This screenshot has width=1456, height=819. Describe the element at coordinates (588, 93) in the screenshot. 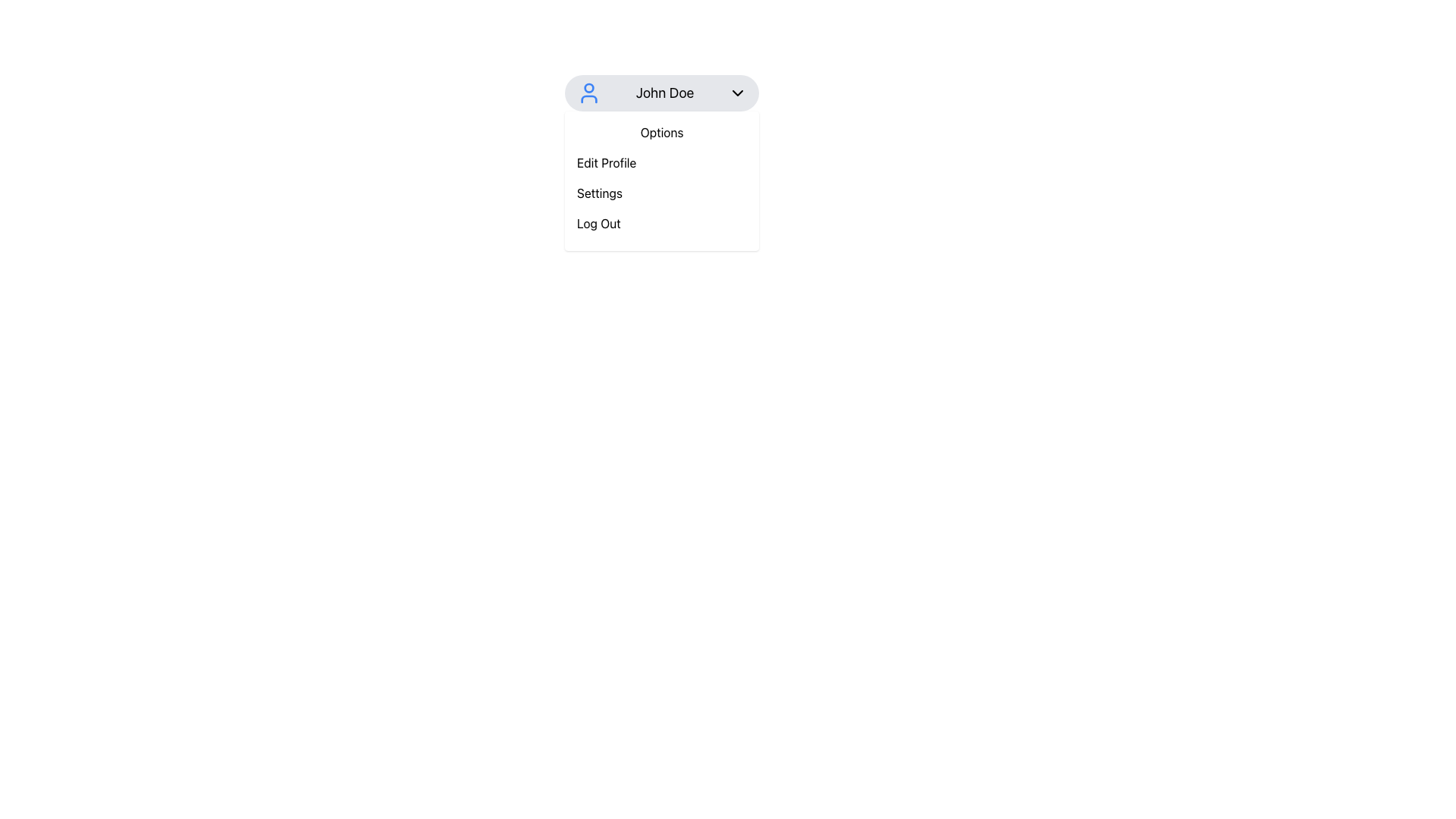

I see `the user profile icon located on the leftmost side of the horizontal bar labeled 'John Doe' in the profile menu section` at that location.